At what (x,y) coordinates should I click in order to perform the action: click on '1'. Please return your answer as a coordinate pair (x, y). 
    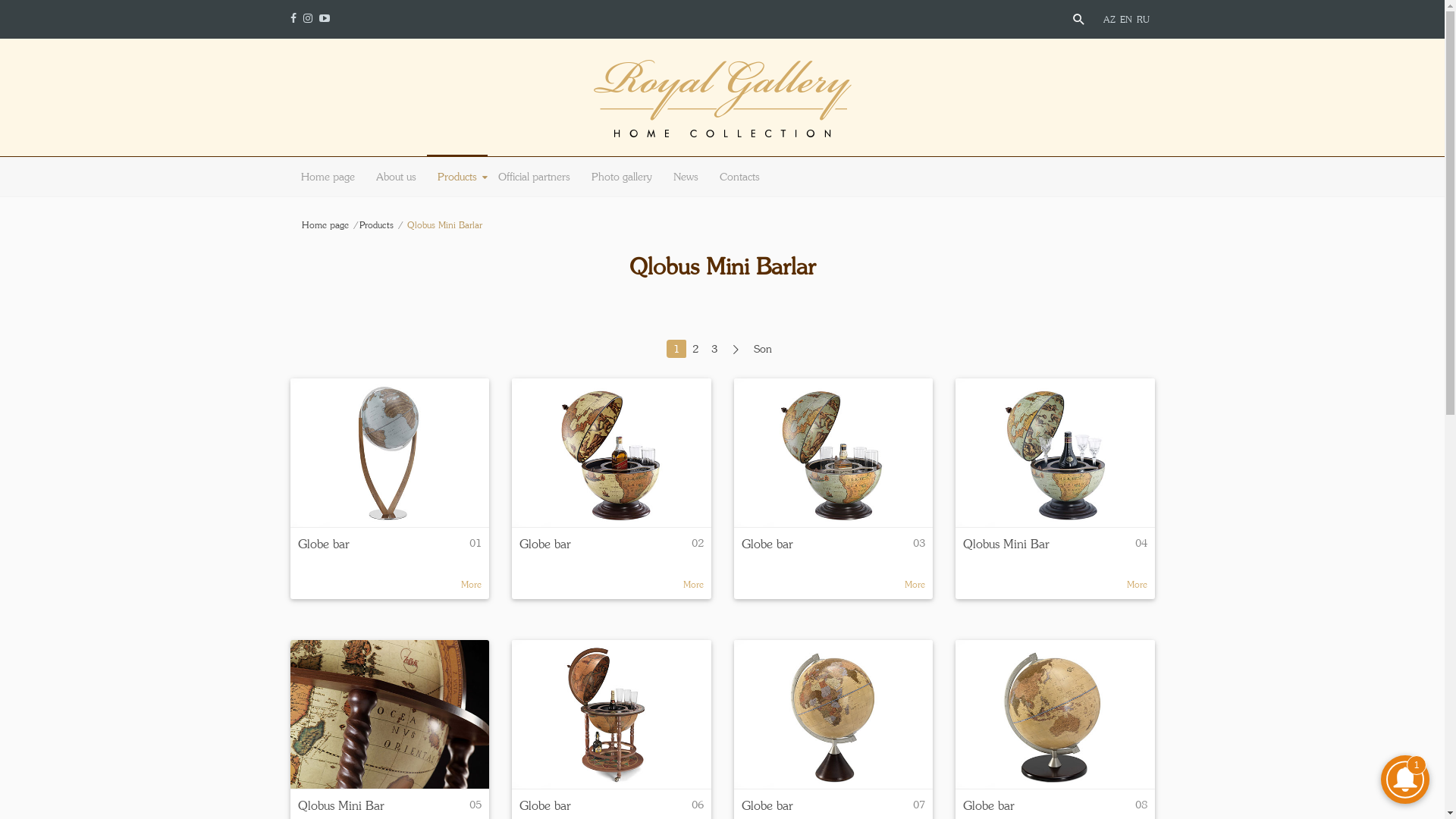
    Looking at the image, I should click on (675, 348).